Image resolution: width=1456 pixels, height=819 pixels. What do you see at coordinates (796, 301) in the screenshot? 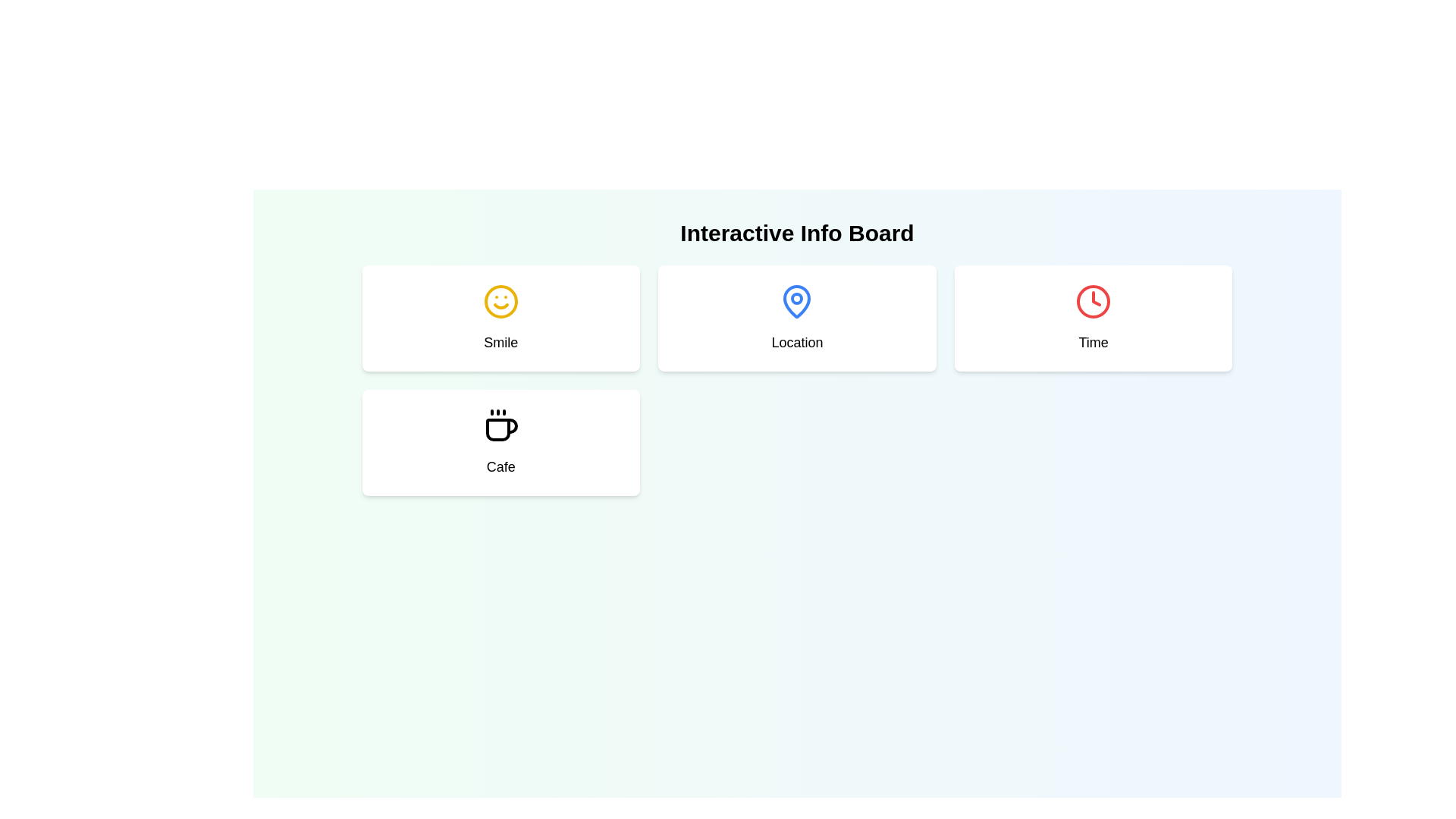
I see `the map pin graphical icon located within the 'Location' card, which is the second card in the top row of the interface layout` at bounding box center [796, 301].